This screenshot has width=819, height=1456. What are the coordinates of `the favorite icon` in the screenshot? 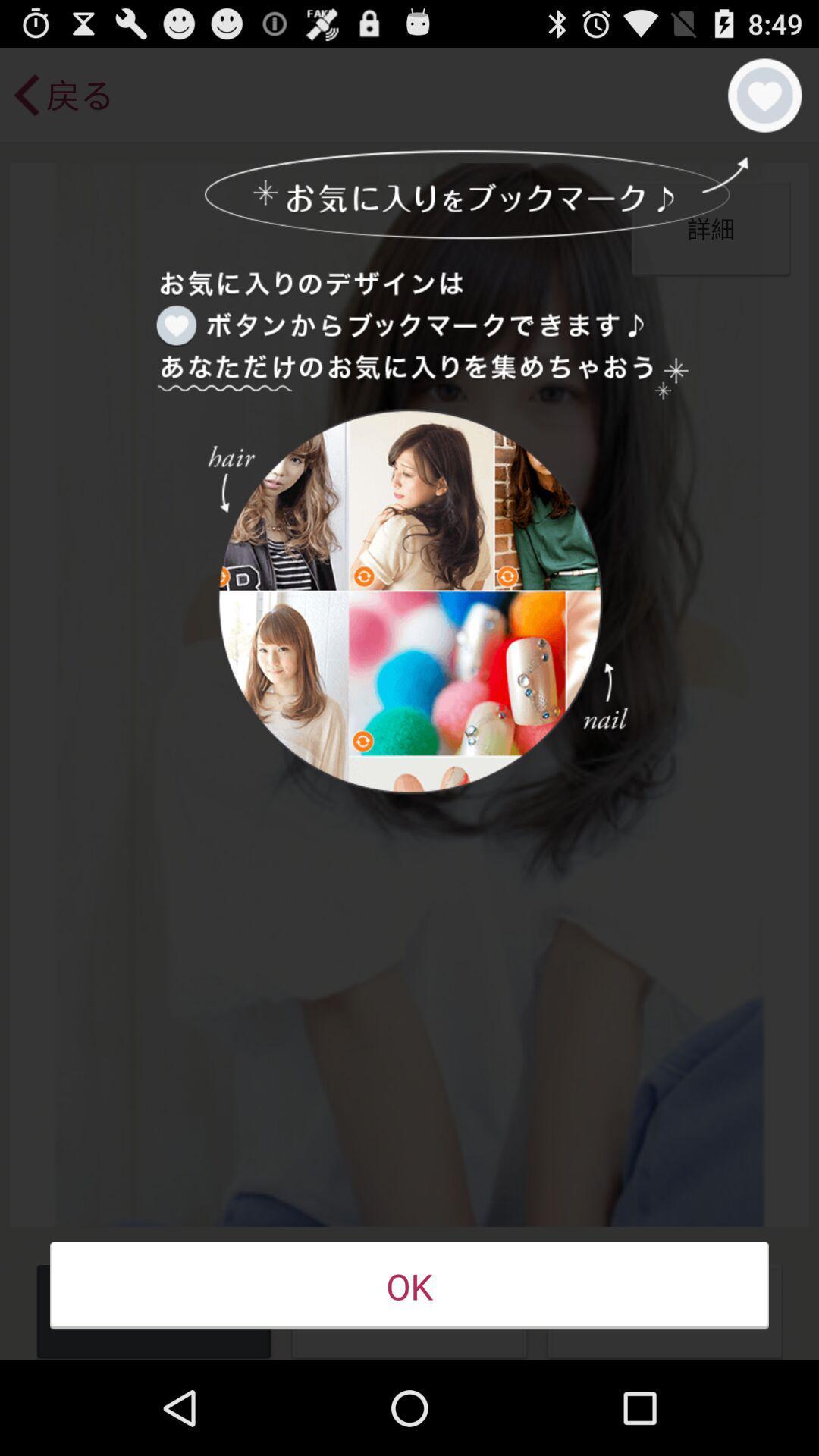 It's located at (764, 101).